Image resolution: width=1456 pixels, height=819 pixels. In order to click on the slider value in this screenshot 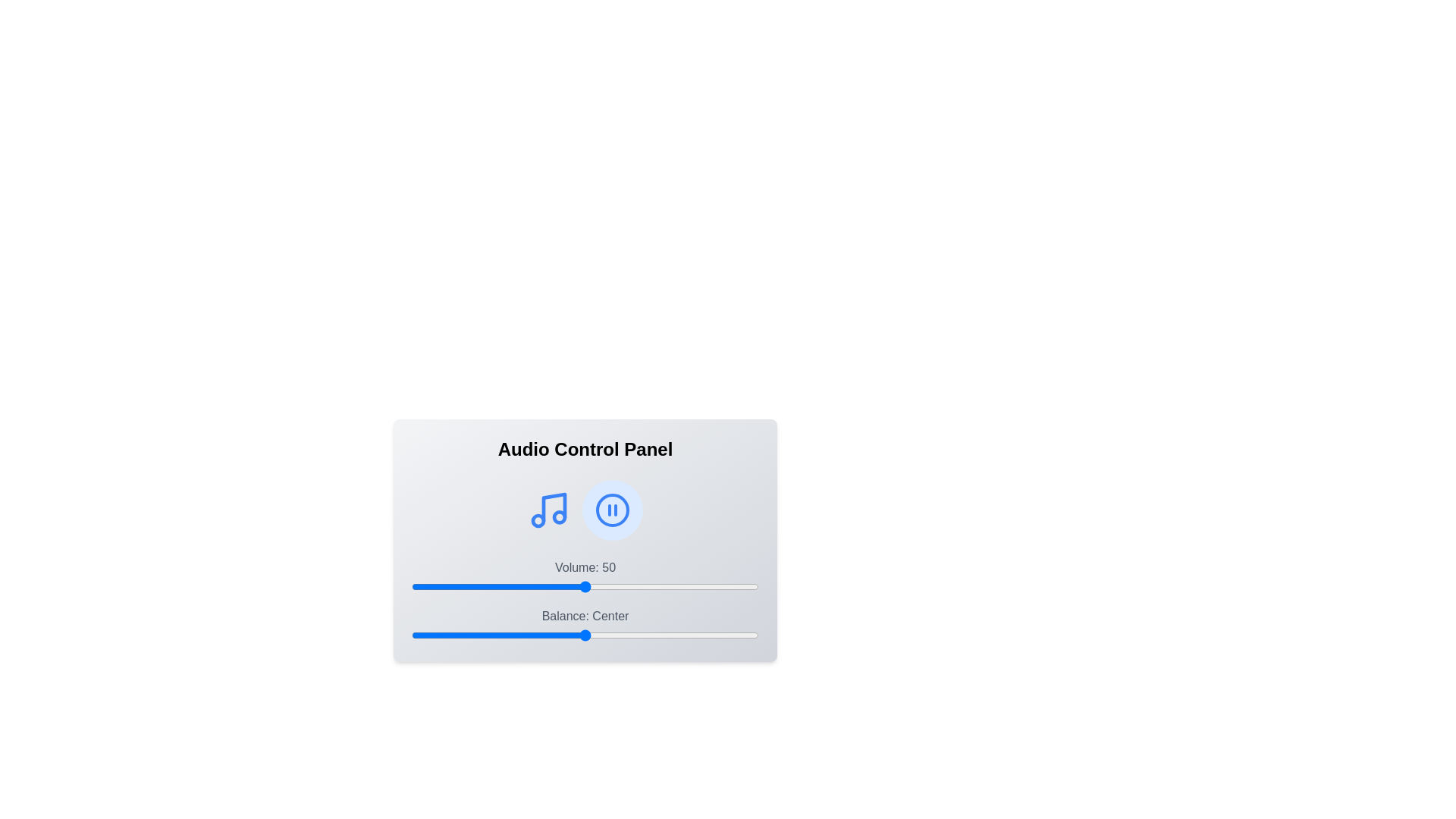, I will do `click(411, 586)`.